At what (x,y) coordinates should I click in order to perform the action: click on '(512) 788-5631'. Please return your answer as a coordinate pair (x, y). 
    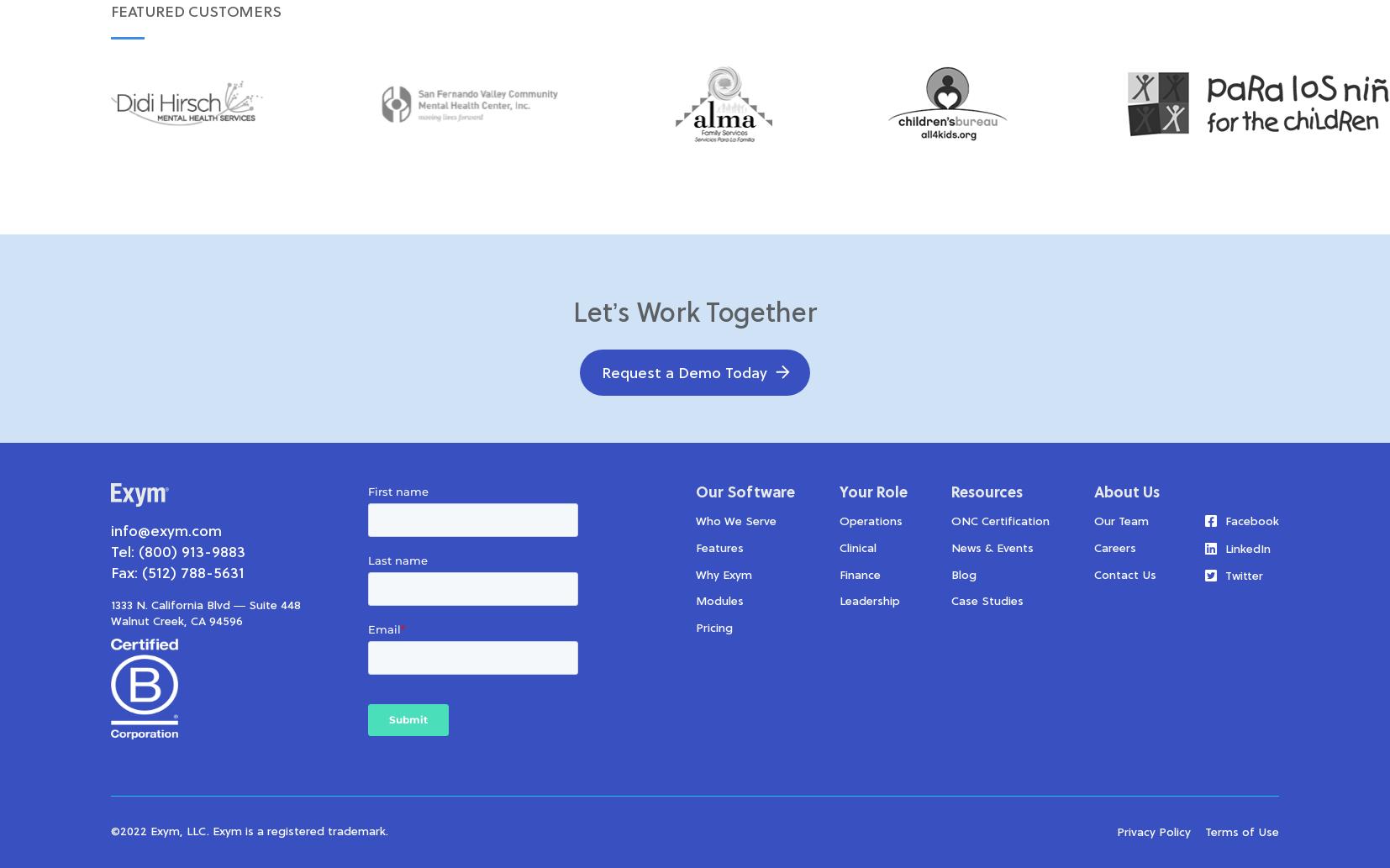
    Looking at the image, I should click on (192, 572).